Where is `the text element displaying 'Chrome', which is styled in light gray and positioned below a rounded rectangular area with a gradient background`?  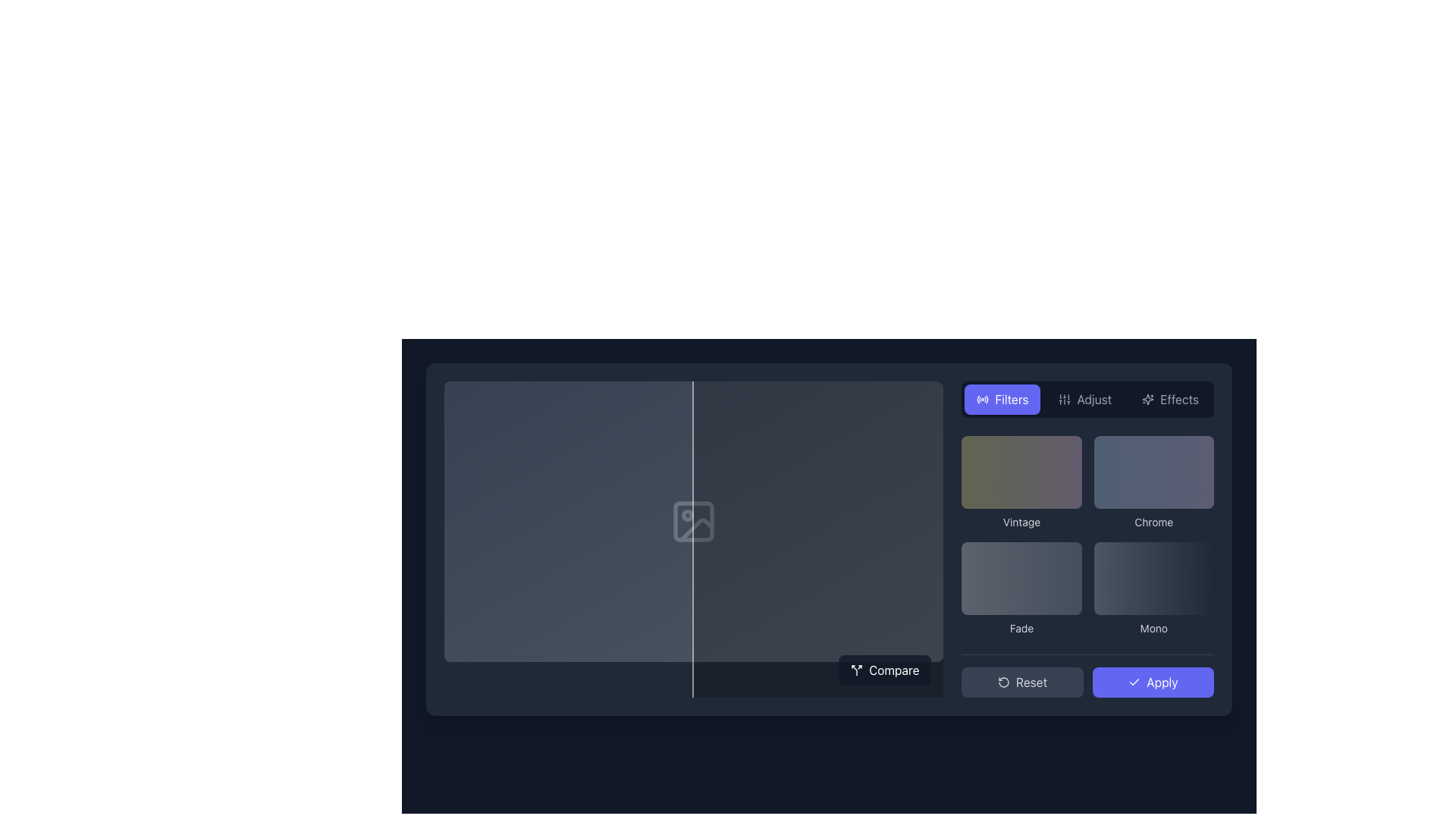 the text element displaying 'Chrome', which is styled in light gray and positioned below a rounded rectangular area with a gradient background is located at coordinates (1153, 522).